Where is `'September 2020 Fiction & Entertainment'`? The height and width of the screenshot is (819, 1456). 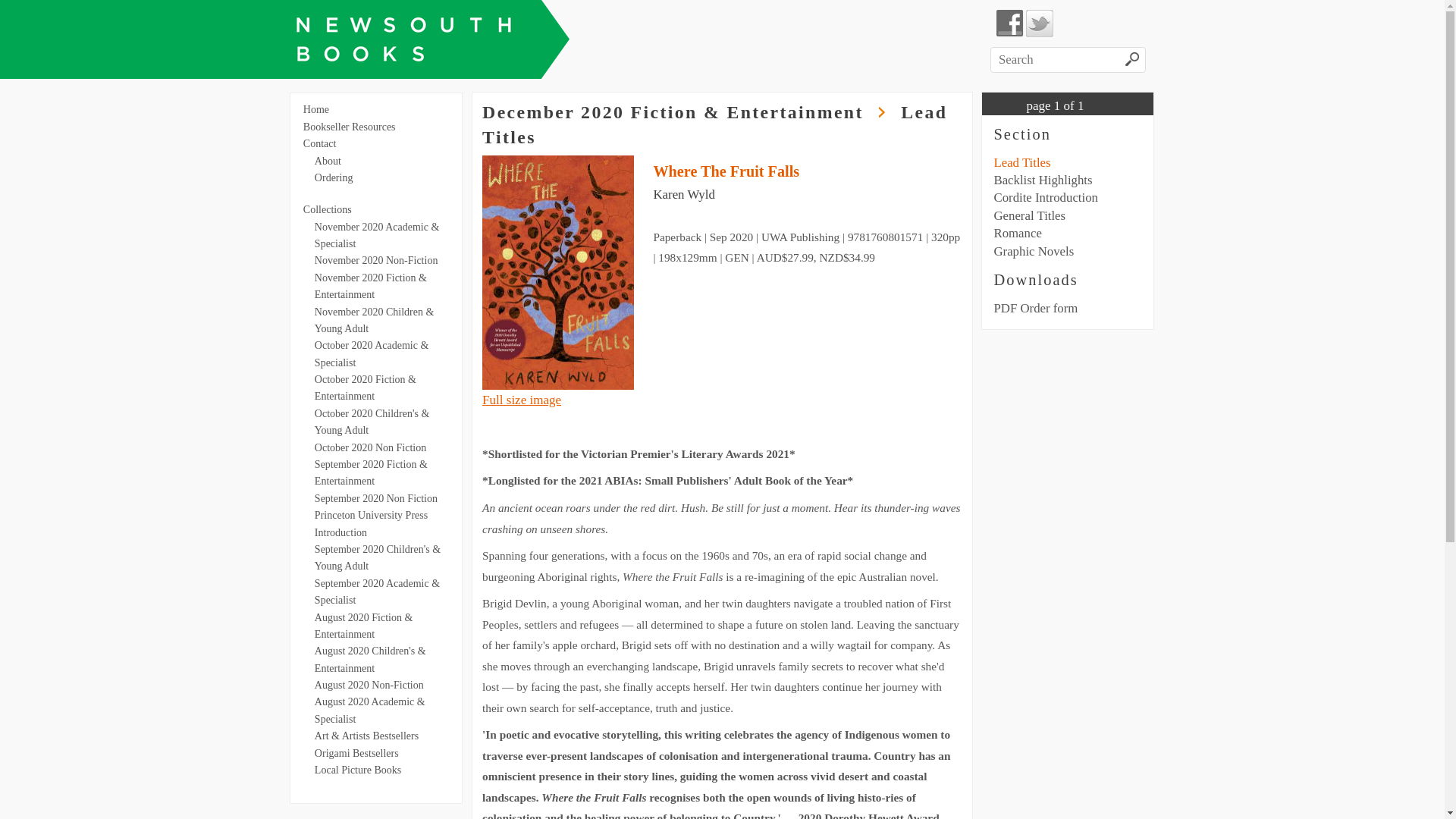 'September 2020 Fiction & Entertainment' is located at coordinates (371, 472).